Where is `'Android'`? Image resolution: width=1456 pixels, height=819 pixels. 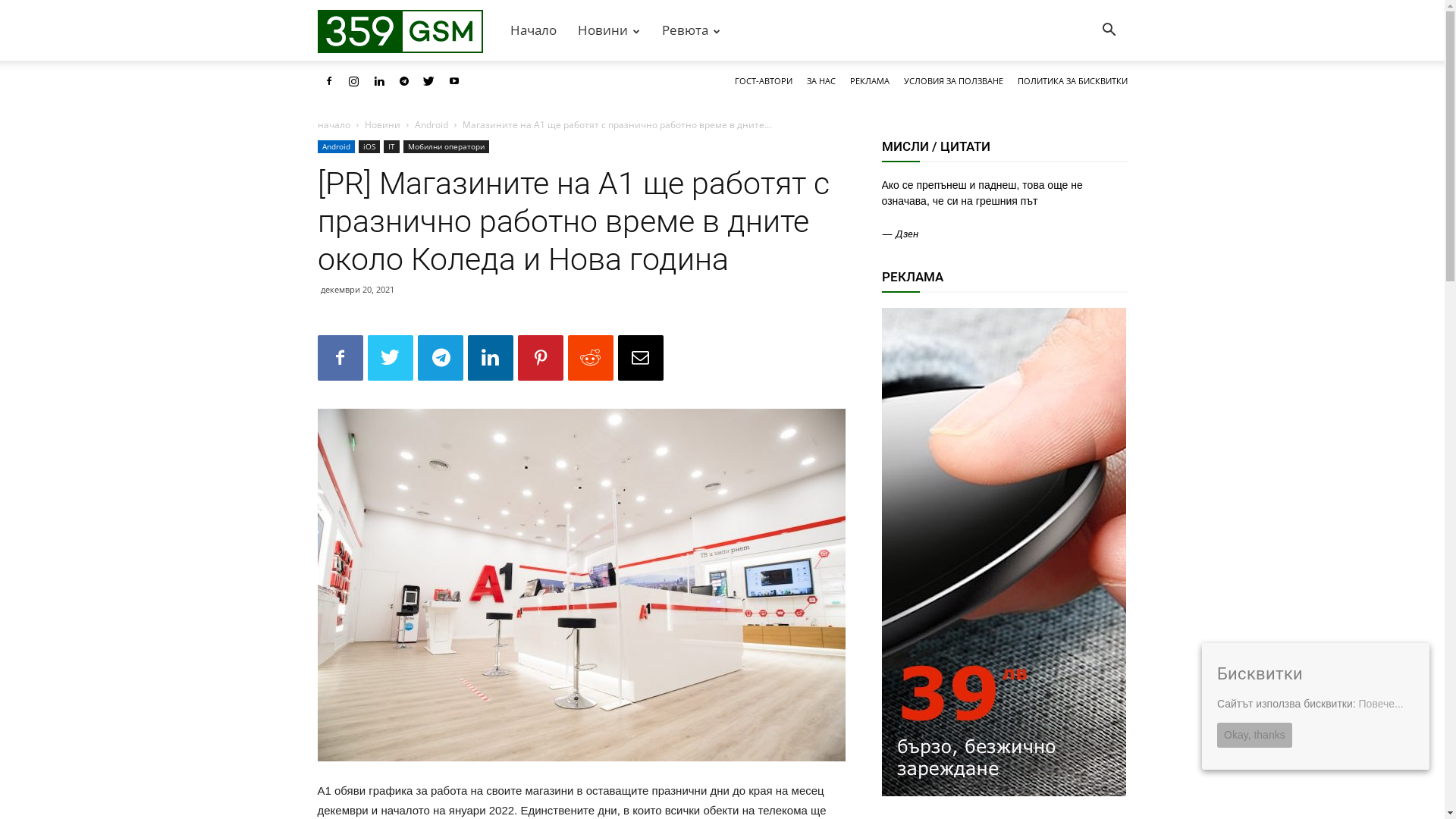
'Android' is located at coordinates (429, 124).